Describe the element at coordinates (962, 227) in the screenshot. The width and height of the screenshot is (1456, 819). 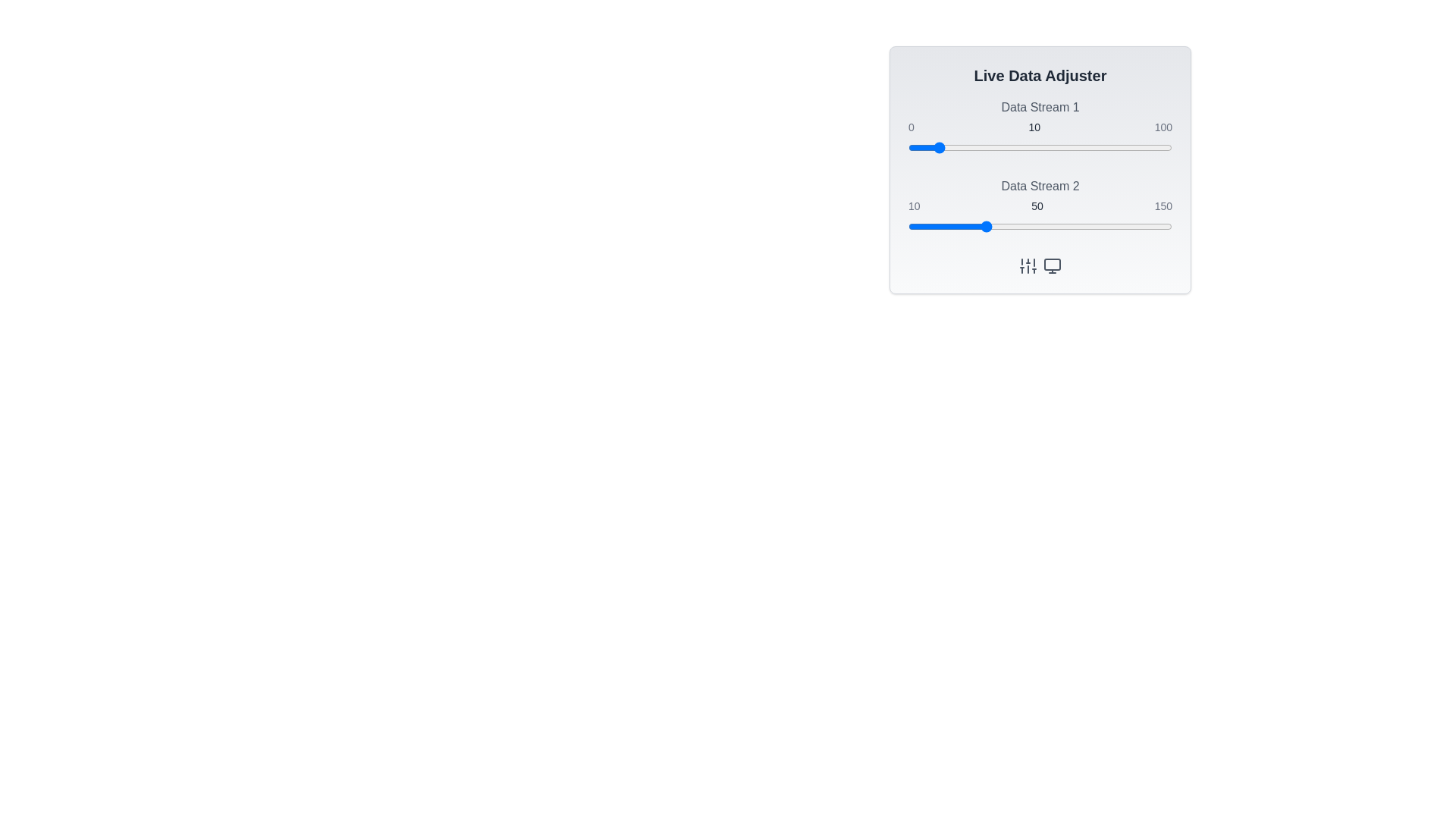
I see `the Data Stream 2 value` at that location.